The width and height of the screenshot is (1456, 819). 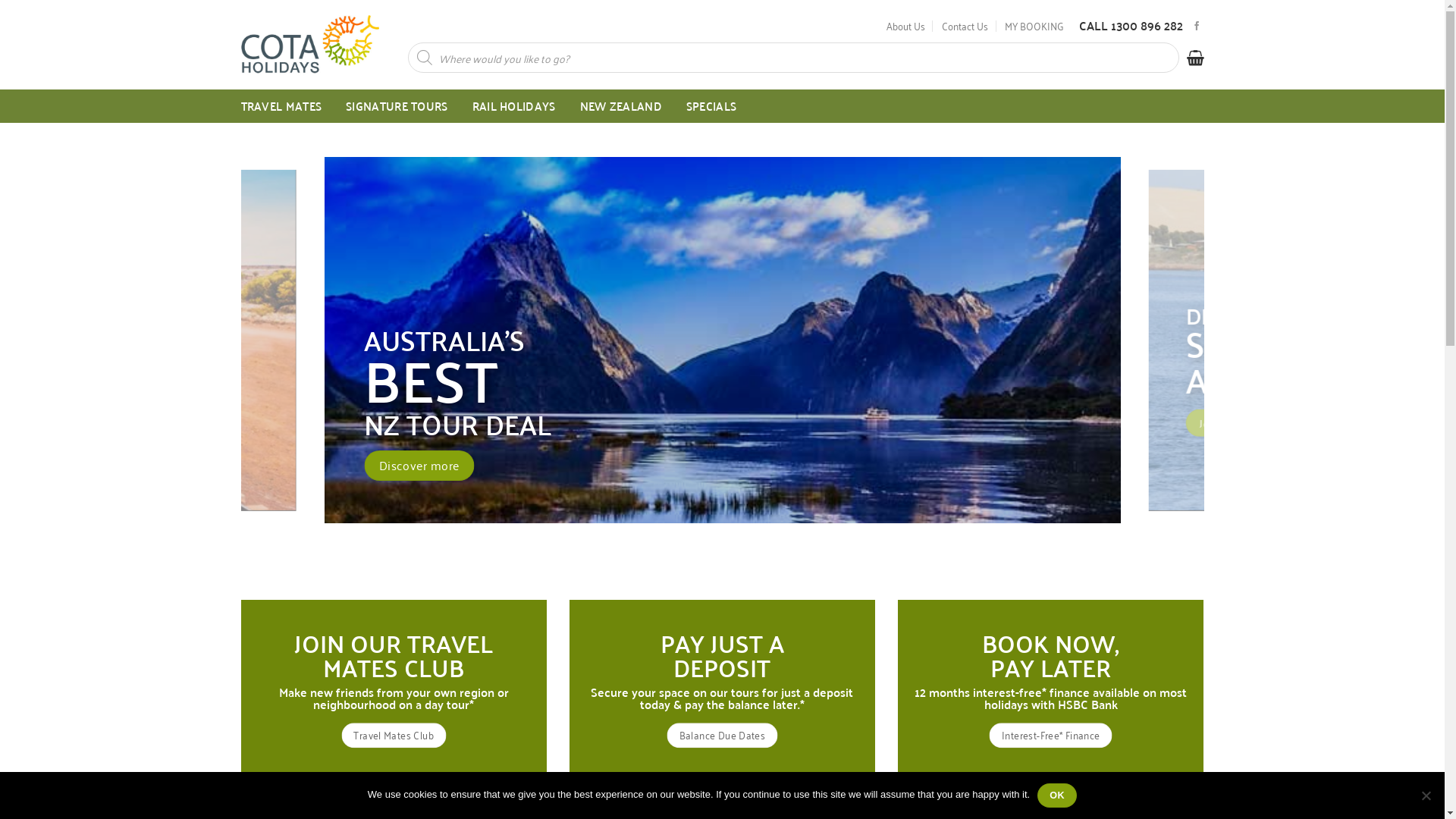 I want to click on 'Travel Mates Club', so click(x=393, y=734).